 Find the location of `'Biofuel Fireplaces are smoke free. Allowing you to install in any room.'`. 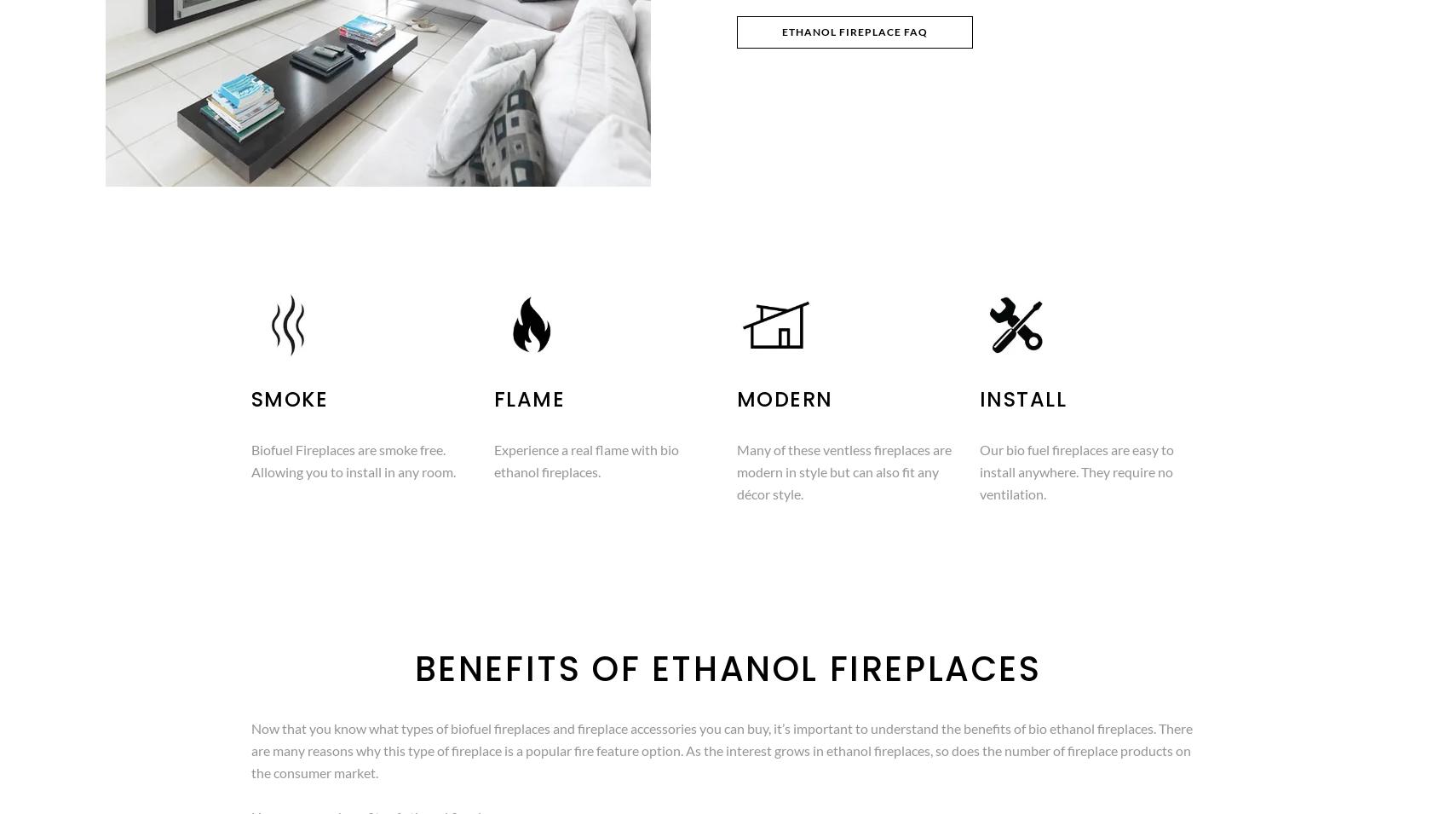

'Biofuel Fireplaces are smoke free. Allowing you to install in any room.' is located at coordinates (249, 460).